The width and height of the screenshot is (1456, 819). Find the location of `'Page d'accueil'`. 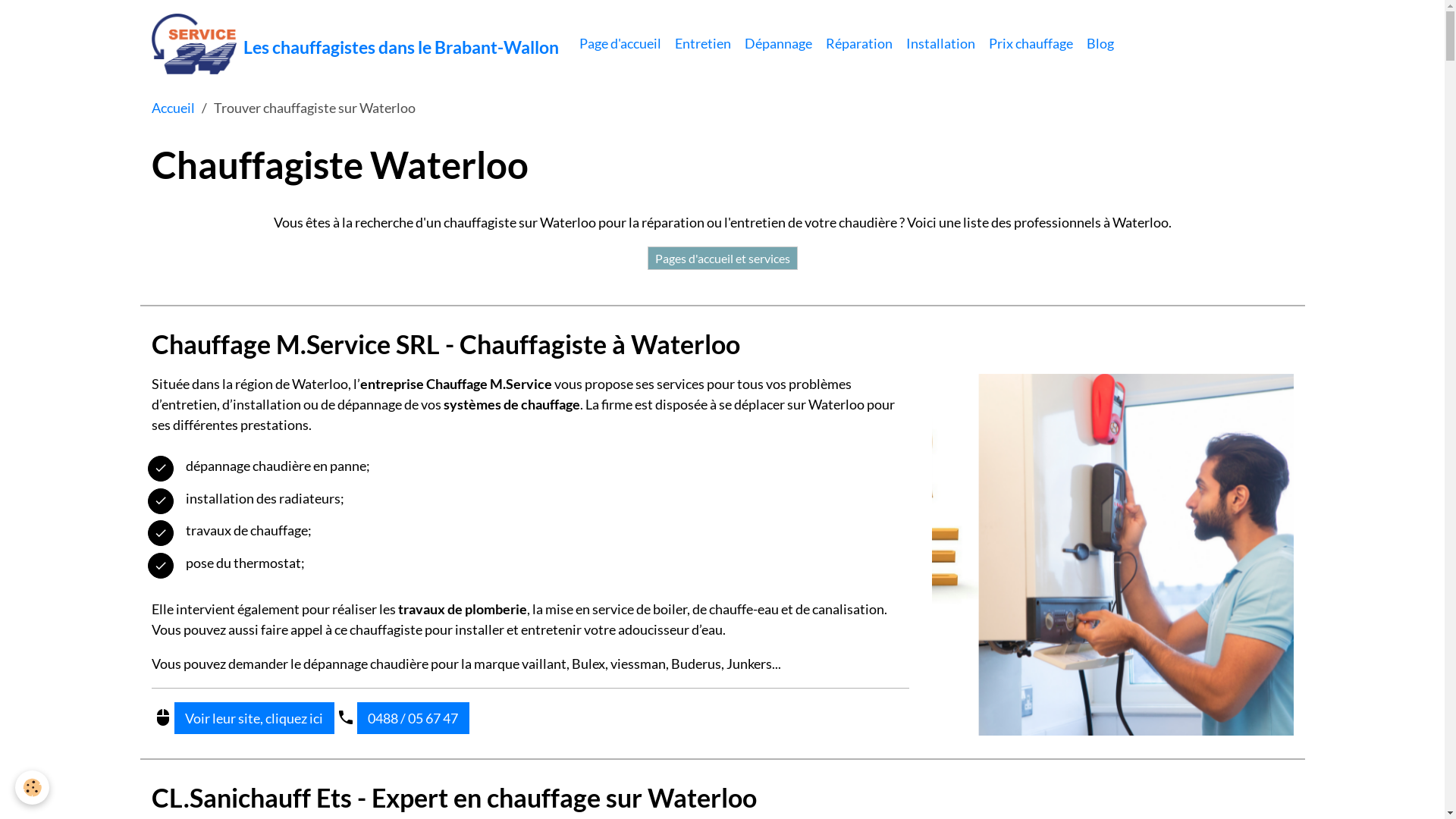

'Page d'accueil' is located at coordinates (620, 42).